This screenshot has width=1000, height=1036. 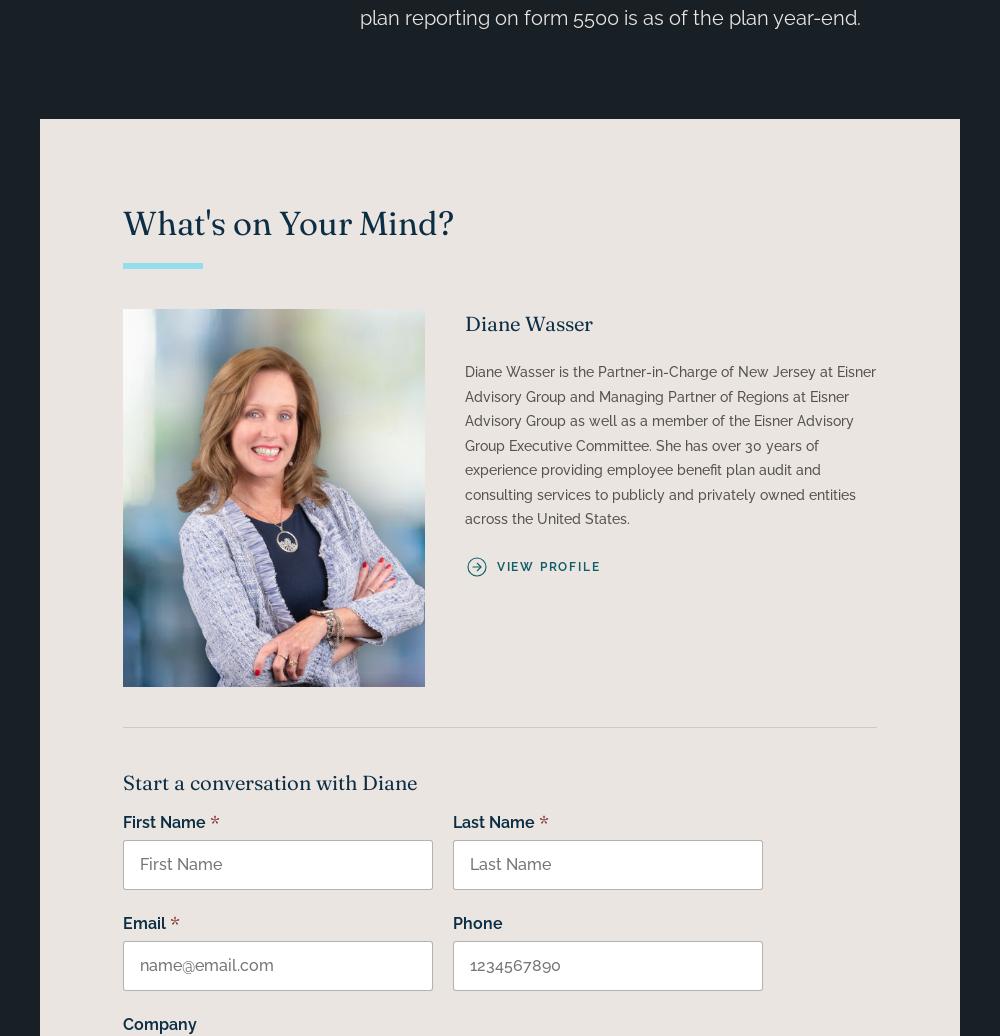 I want to click on 'First Name', so click(x=163, y=821).